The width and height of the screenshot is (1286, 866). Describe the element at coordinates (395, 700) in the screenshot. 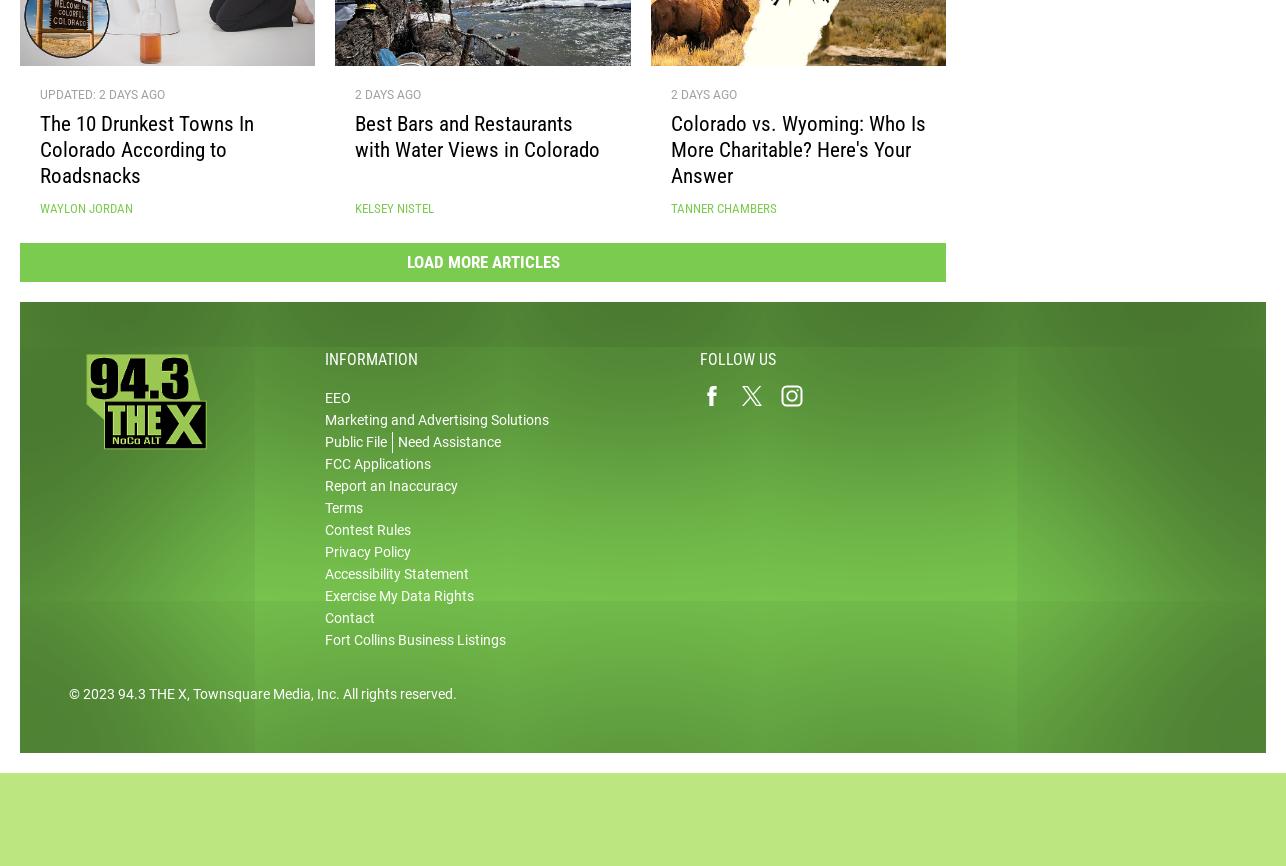

I see `'. All rights reserved.'` at that location.